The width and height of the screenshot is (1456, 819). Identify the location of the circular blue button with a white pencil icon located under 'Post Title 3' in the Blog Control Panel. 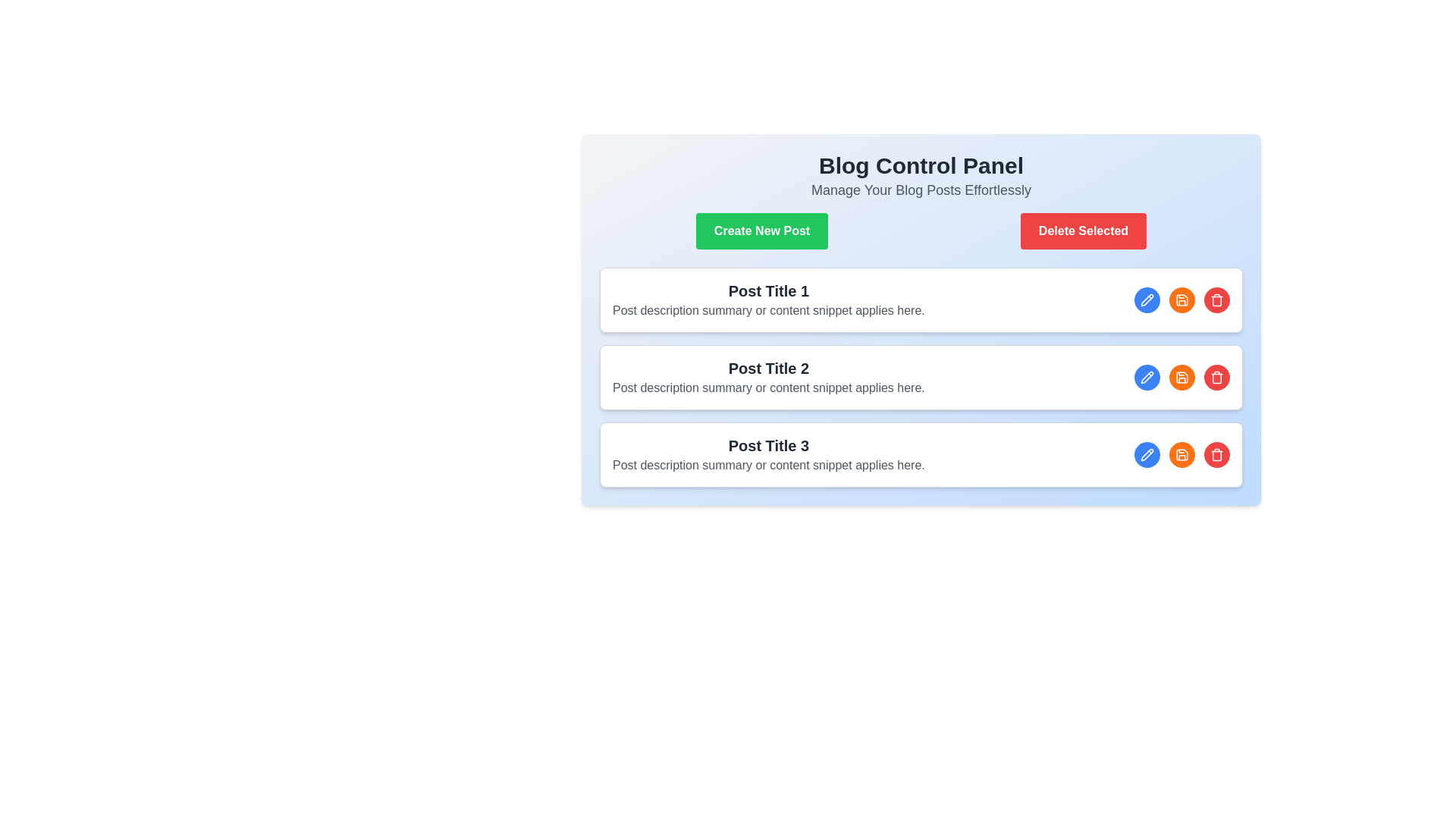
(1147, 376).